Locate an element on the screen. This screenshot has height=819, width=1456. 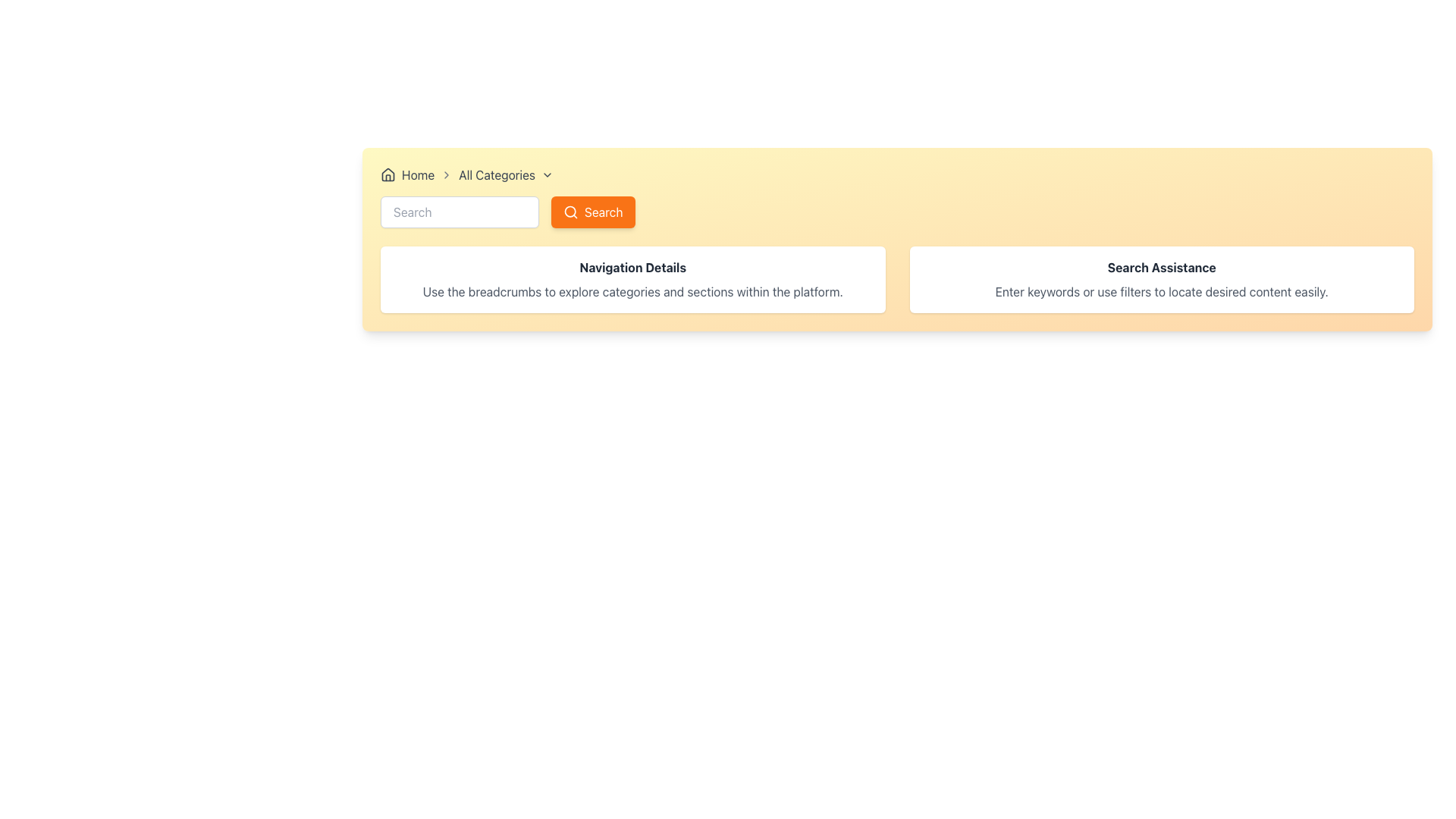
the magnifying glass icon representing the search function, which is located to the left of the 'Search' button in the header section is located at coordinates (570, 212).